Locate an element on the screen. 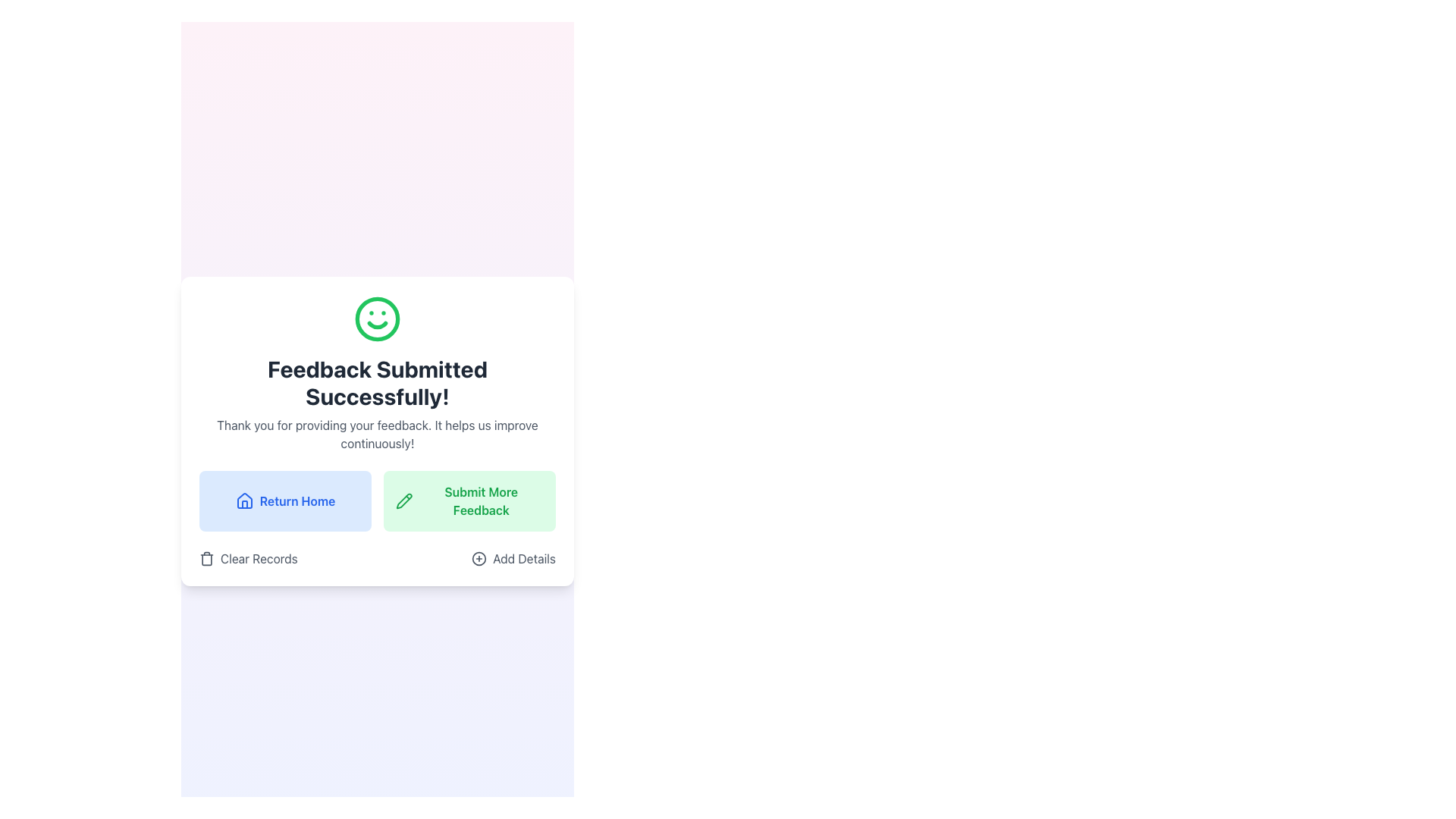 The width and height of the screenshot is (1456, 819). the 'Clear Records' button, which is styled in muted gray with a trashcan icon, located to the left of 'Add Details' in the bottom row of the card-like interface is located at coordinates (248, 558).